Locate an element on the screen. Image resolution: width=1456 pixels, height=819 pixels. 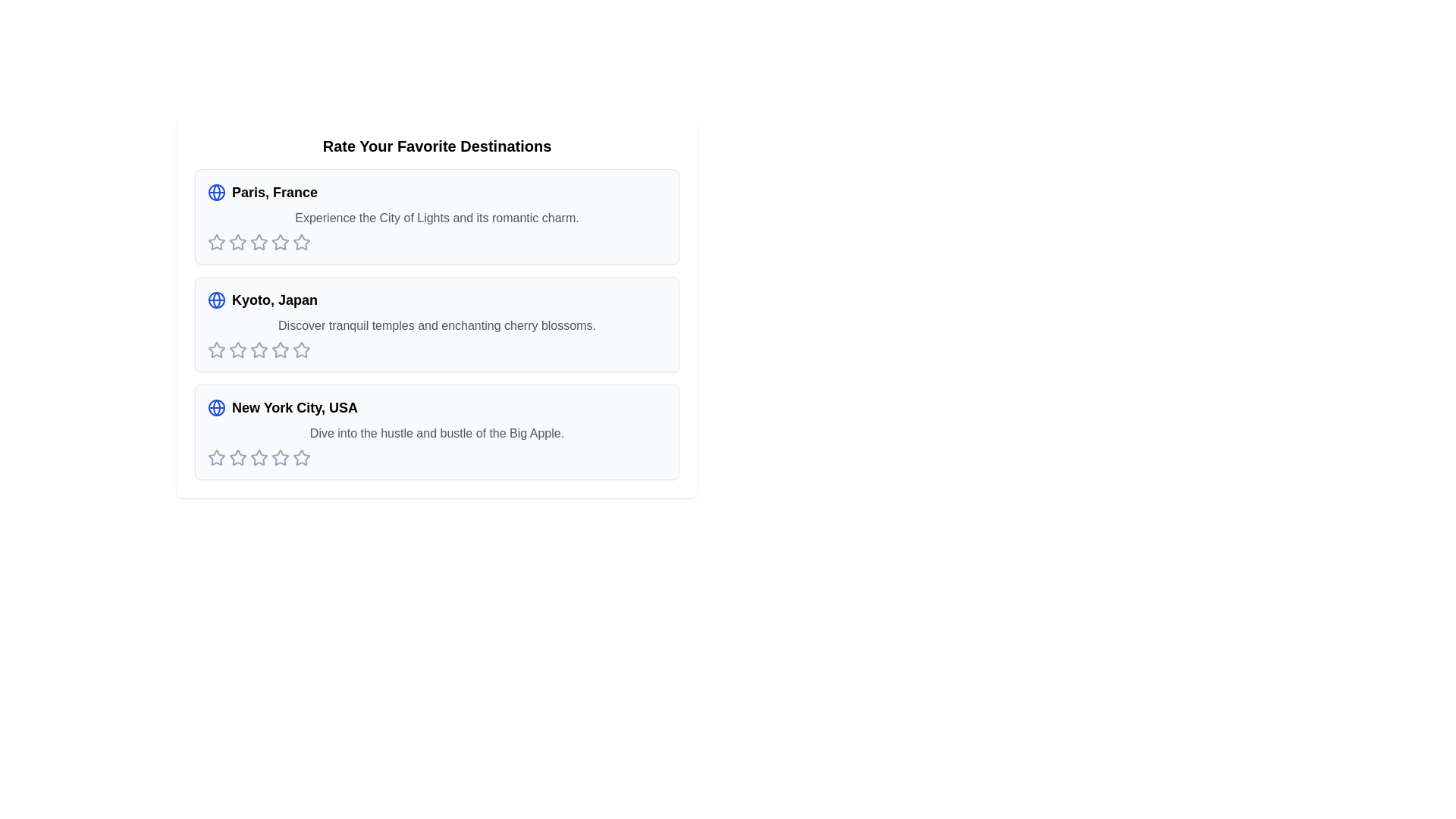
the circular globe icon with a blue outline located to the left of the title 'Paris, France' in the 'Rate Your Favorite Destinations' section is located at coordinates (216, 192).